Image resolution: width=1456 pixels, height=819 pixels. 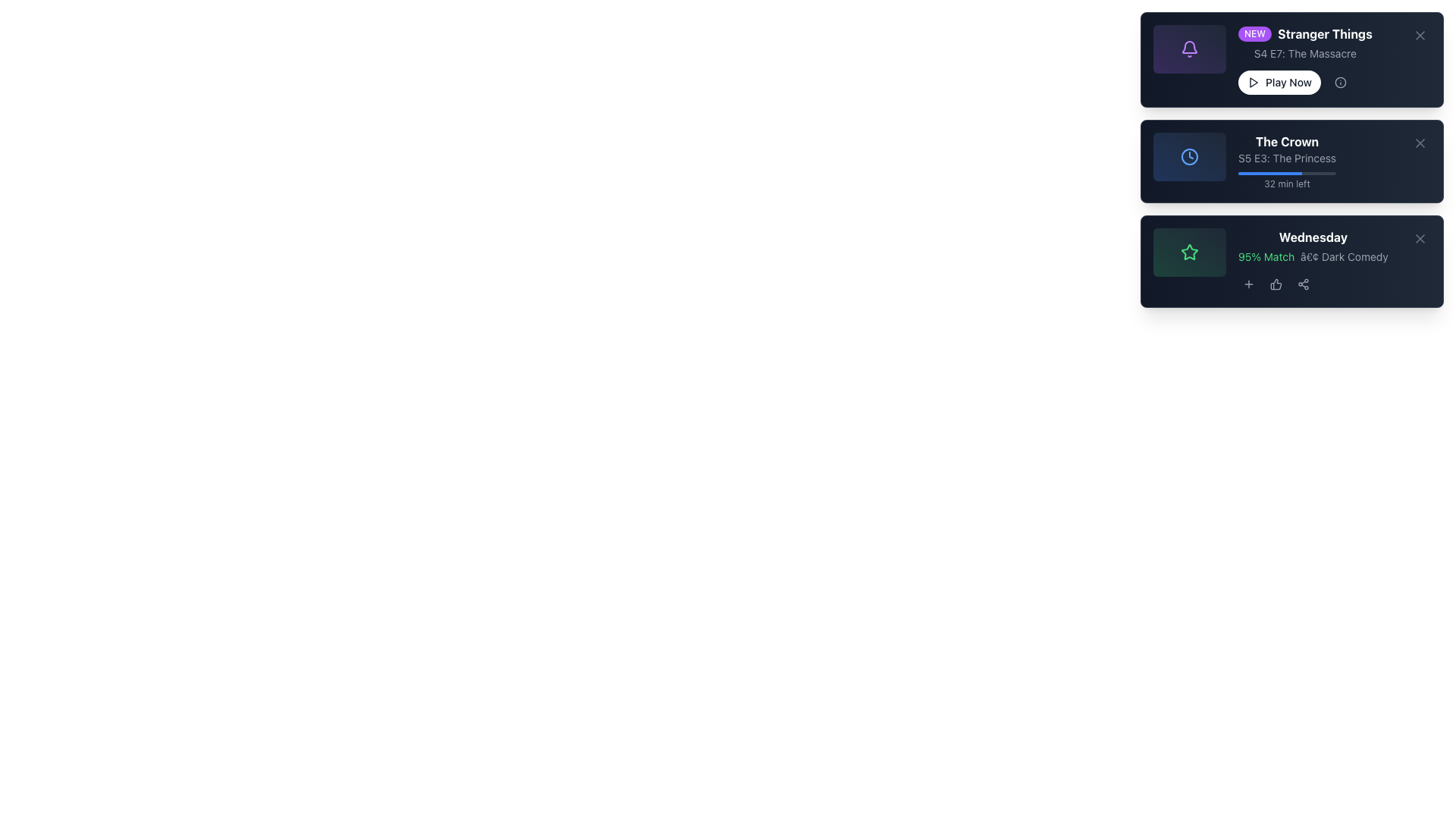 What do you see at coordinates (1419, 239) in the screenshot?
I see `the close button located in the top-right corner of the card displaying 'Wednesday'` at bounding box center [1419, 239].